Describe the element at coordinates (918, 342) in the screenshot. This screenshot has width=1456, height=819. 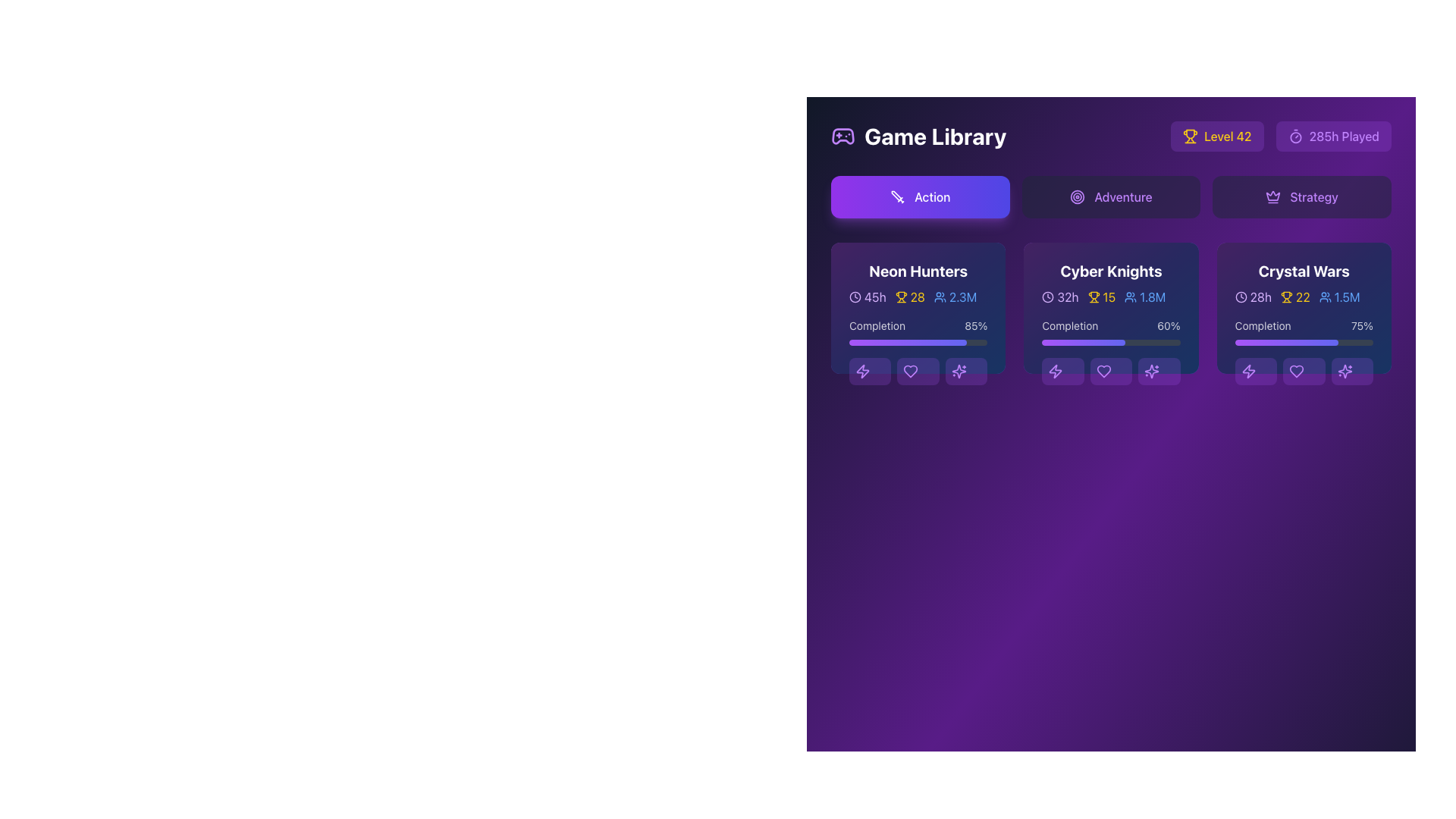
I see `the completion level represented by the Progress Bar located in the 'Neon Hunters' game card, positioned below the 'Completion' text and above the action icons` at that location.